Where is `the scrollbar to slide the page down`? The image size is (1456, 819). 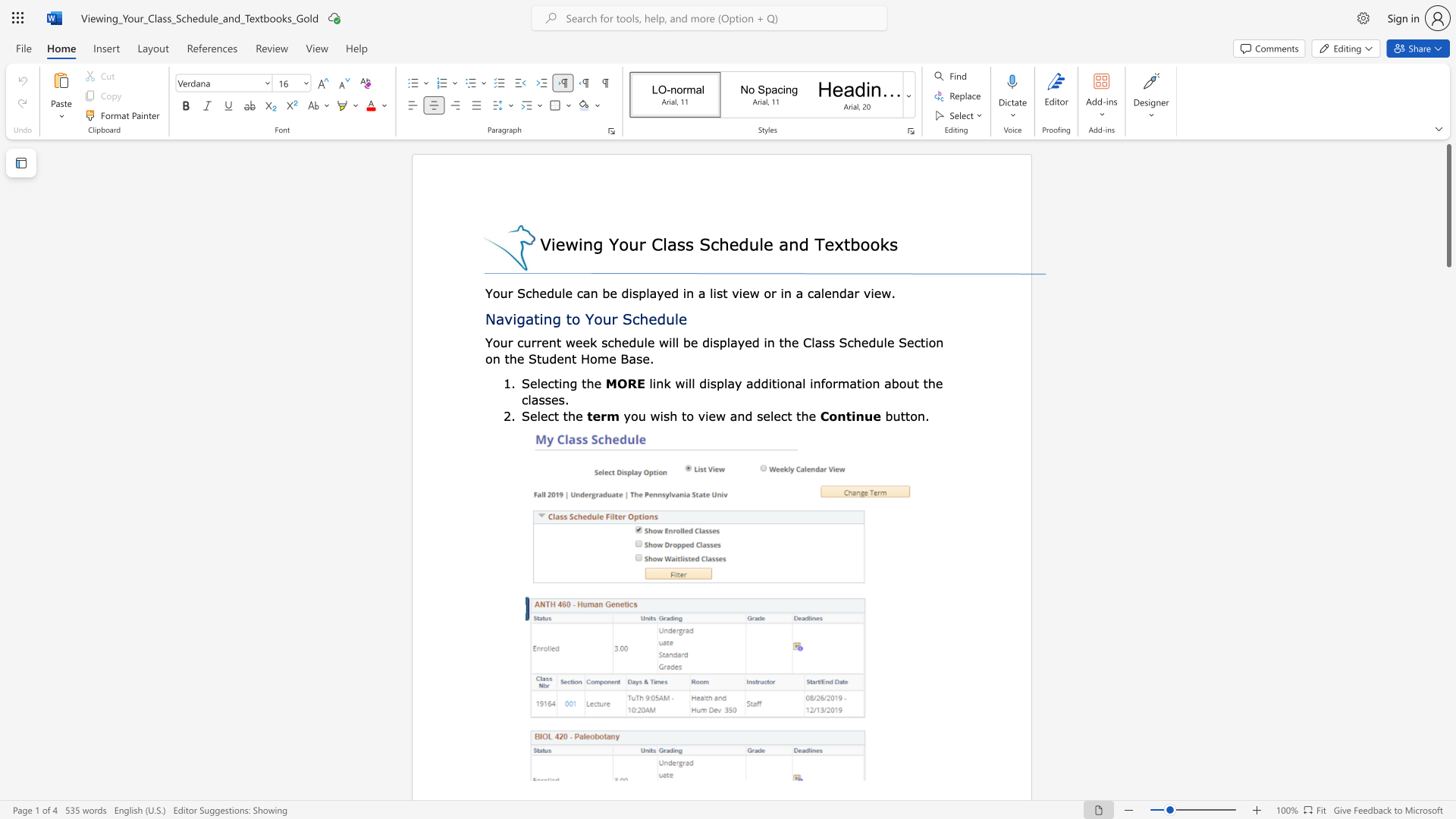 the scrollbar to slide the page down is located at coordinates (1448, 303).